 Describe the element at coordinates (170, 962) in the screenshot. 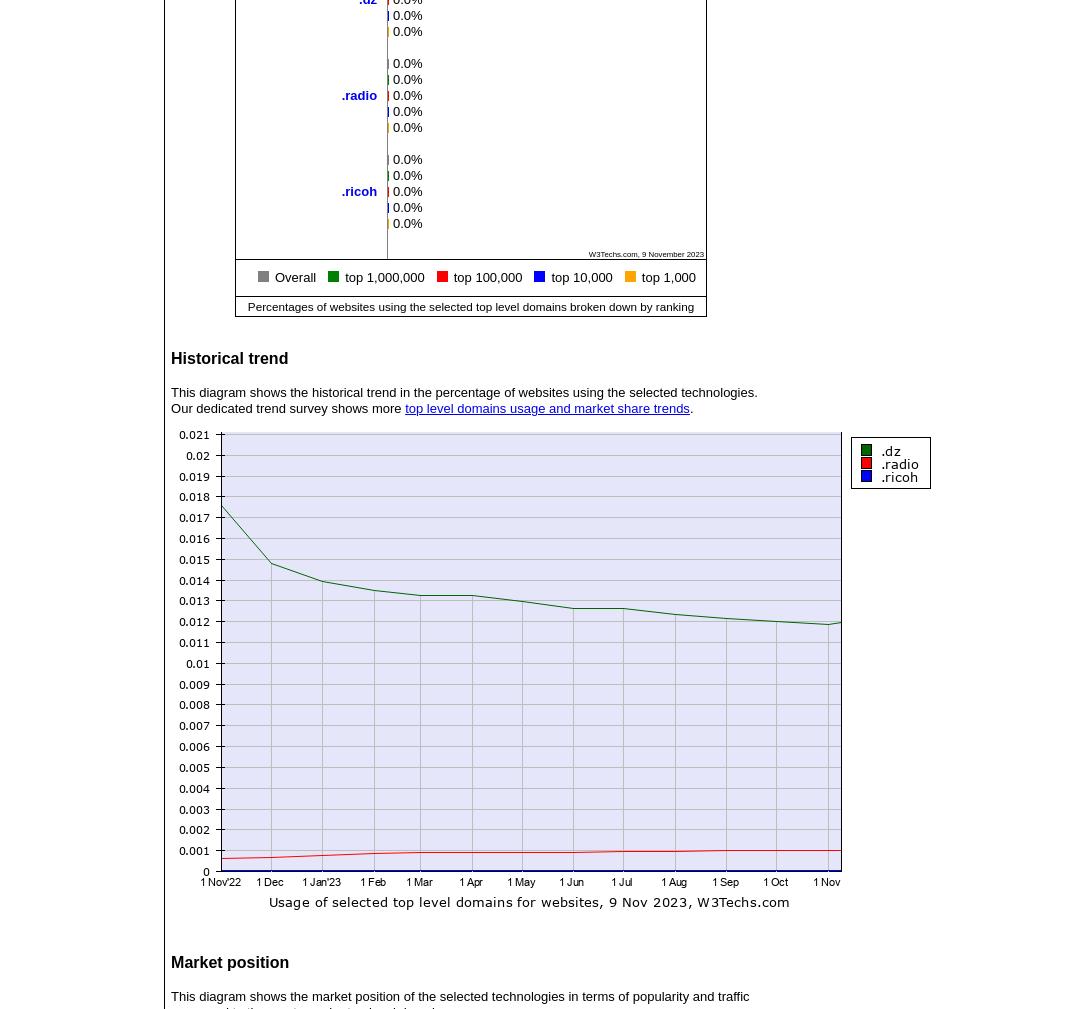

I see `'Market position'` at that location.